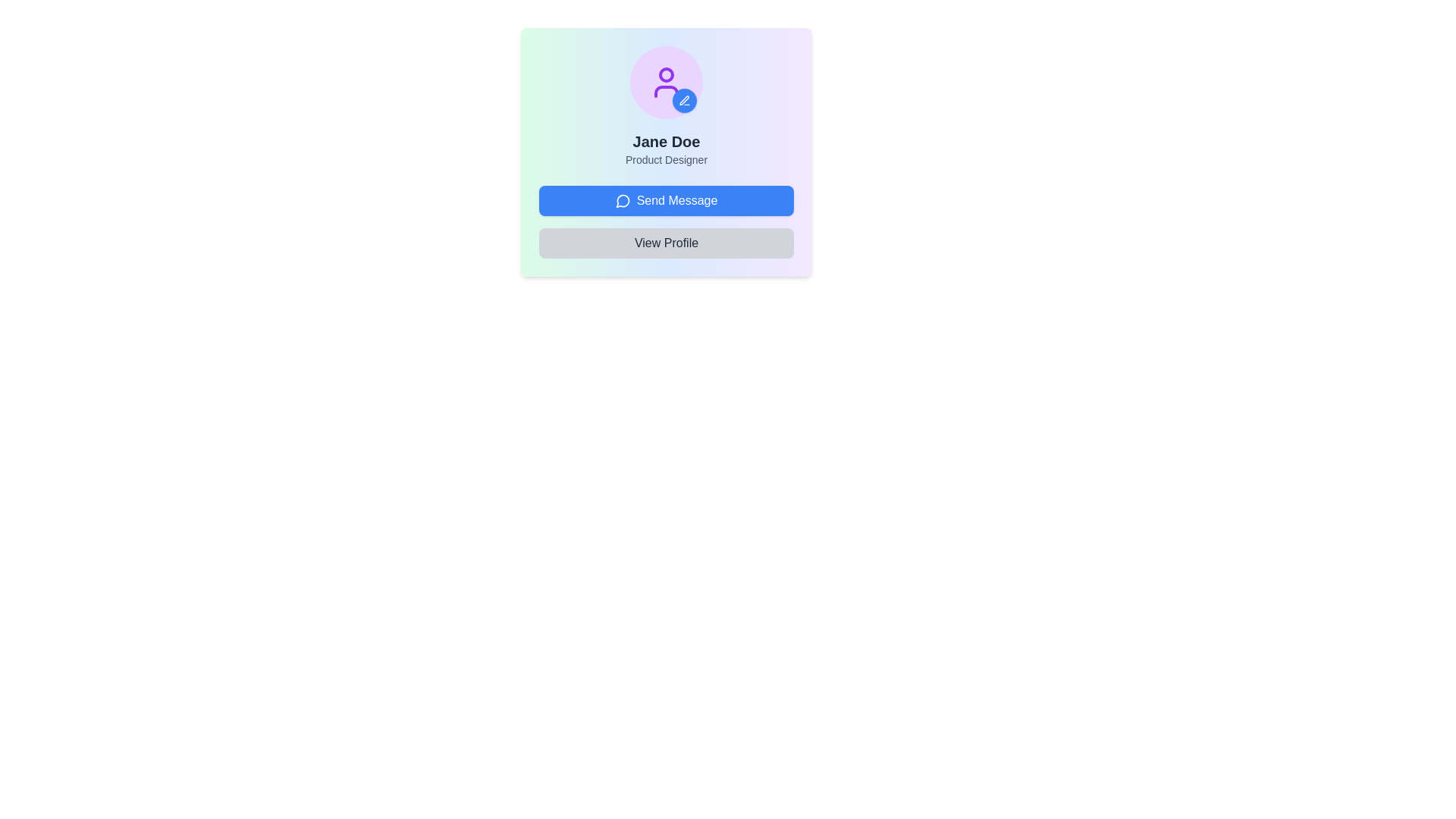 Image resolution: width=1456 pixels, height=819 pixels. I want to click on the speech bubble icon located within the 'Send Message' button, so click(623, 200).